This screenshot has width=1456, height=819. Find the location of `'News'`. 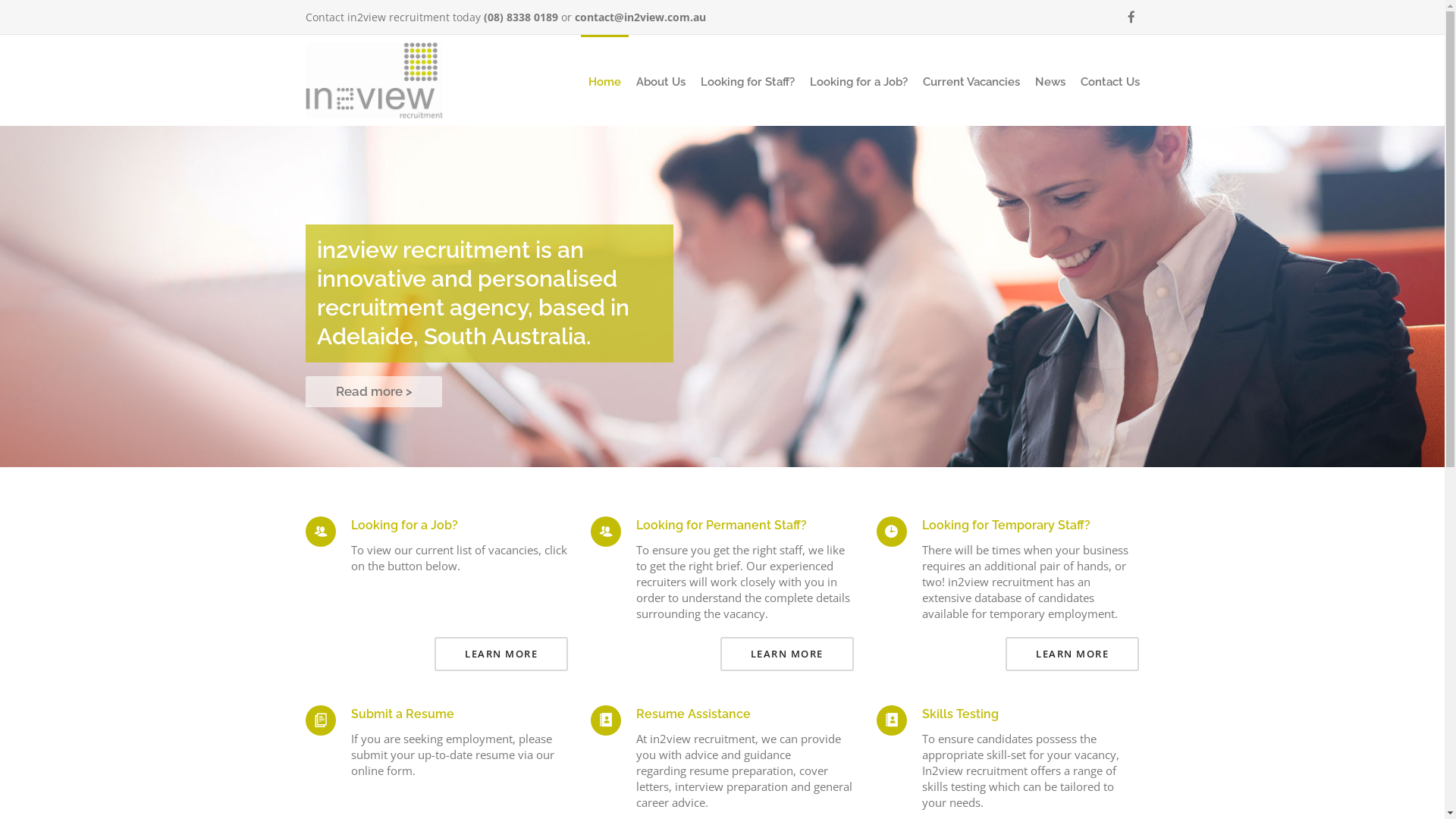

'News' is located at coordinates (1048, 82).